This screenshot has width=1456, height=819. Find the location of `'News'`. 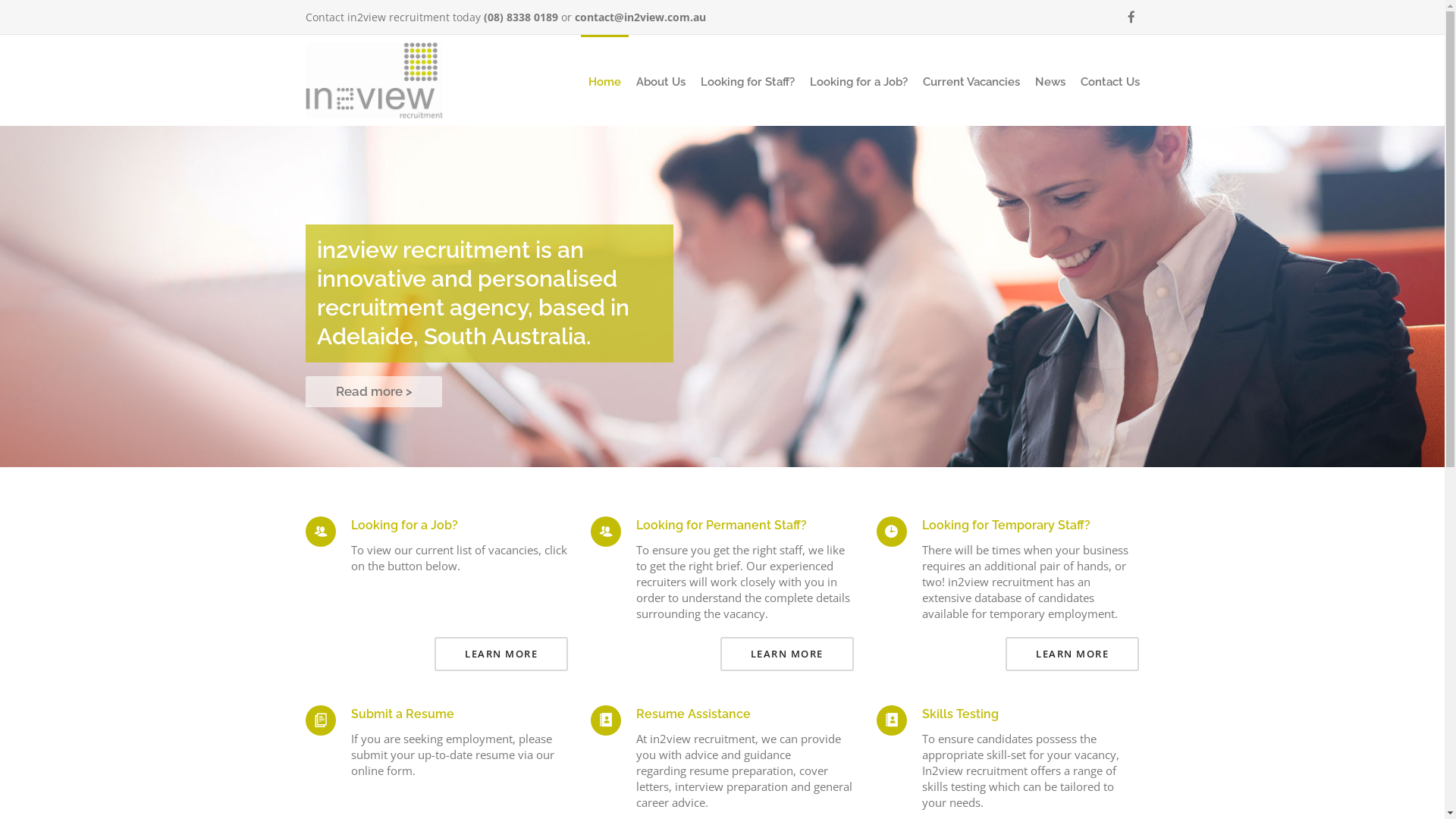

'News' is located at coordinates (1048, 82).